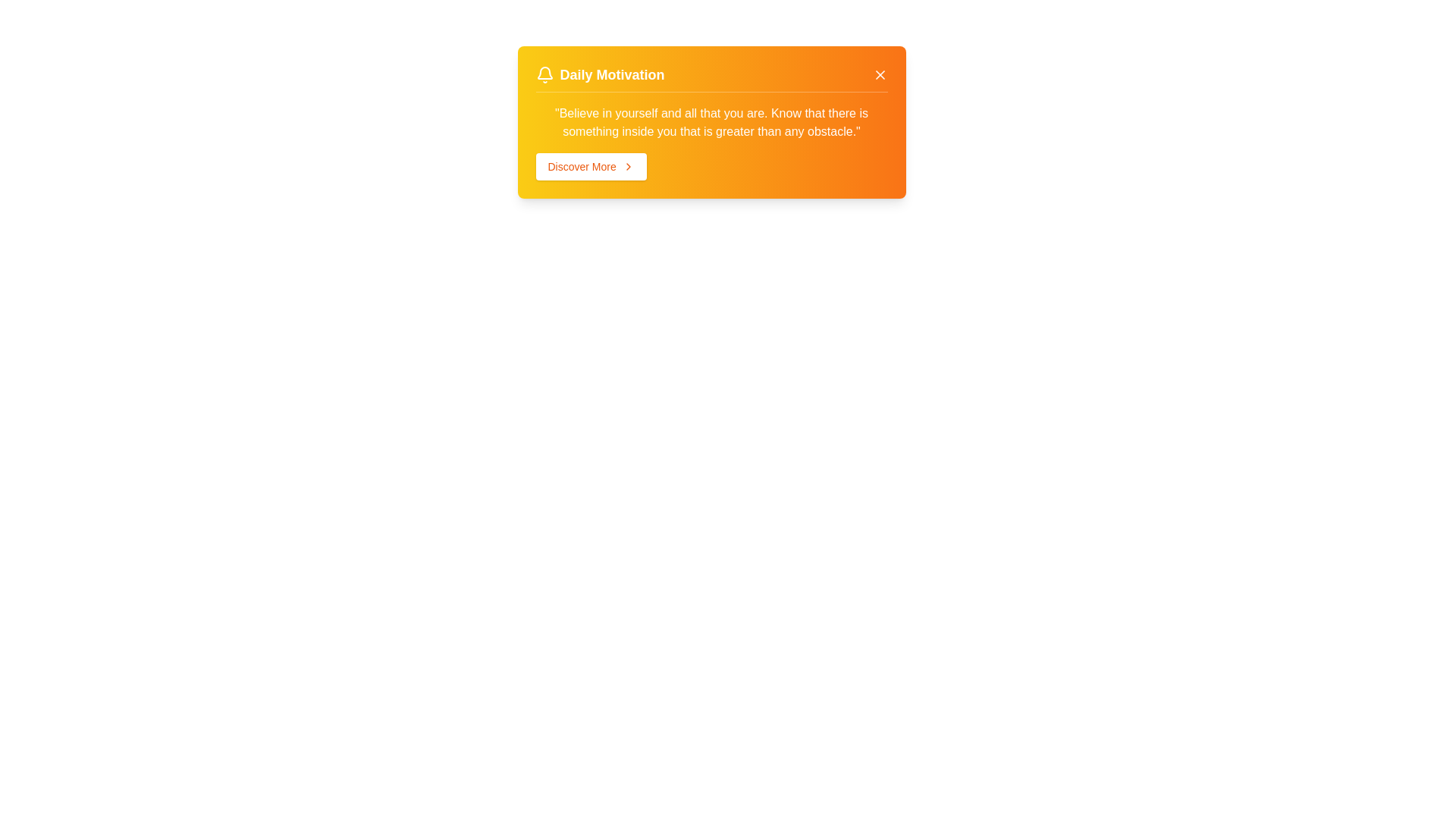  What do you see at coordinates (590, 166) in the screenshot?
I see `the 'Discover More' button to navigate to additional resources` at bounding box center [590, 166].